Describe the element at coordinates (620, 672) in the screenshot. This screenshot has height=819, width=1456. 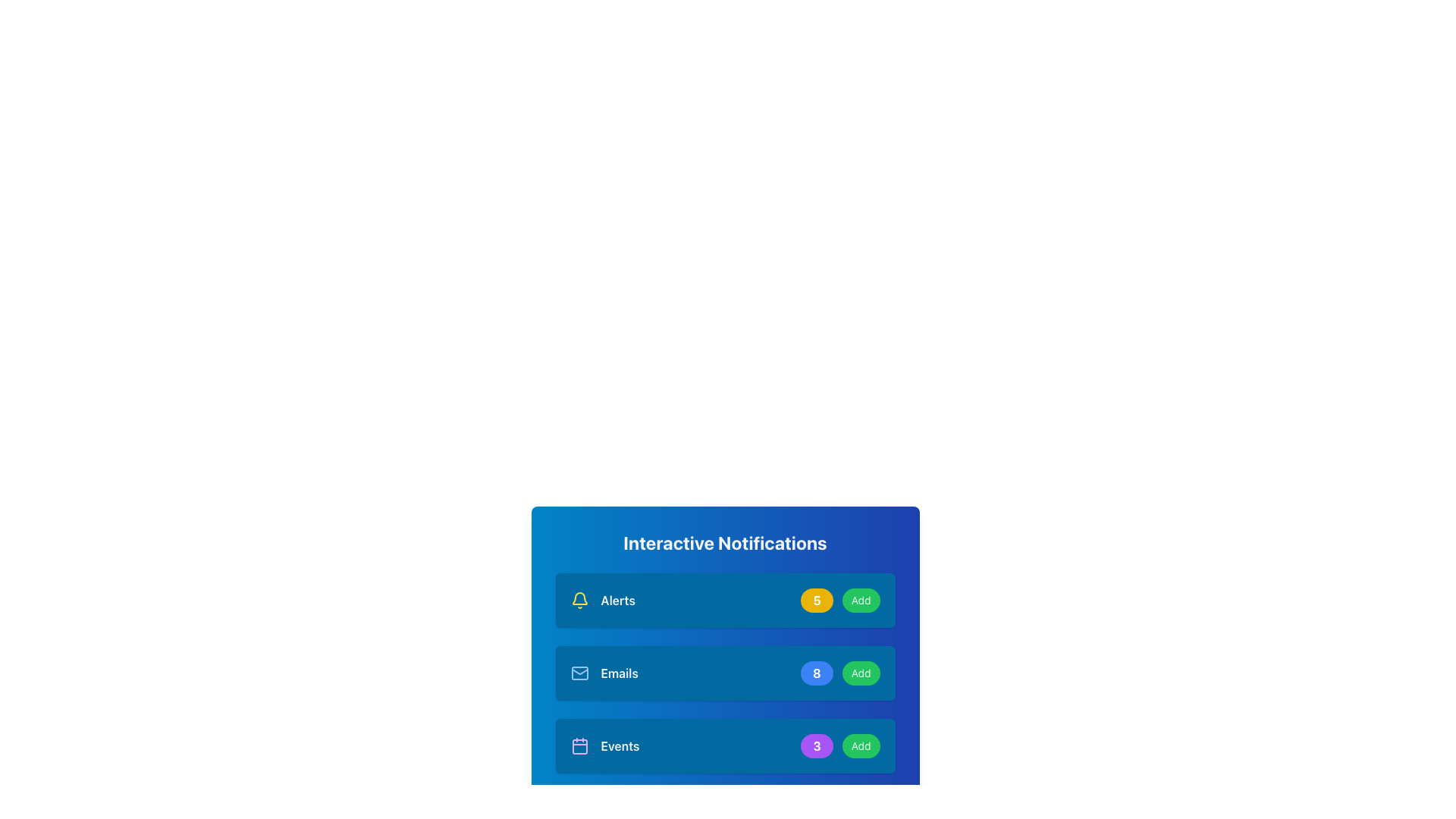
I see `the second text label in the 'Interactive Notifications' list, which is right-aligned to the envelope icon, positioned between 'Alerts' and 'Events'` at that location.